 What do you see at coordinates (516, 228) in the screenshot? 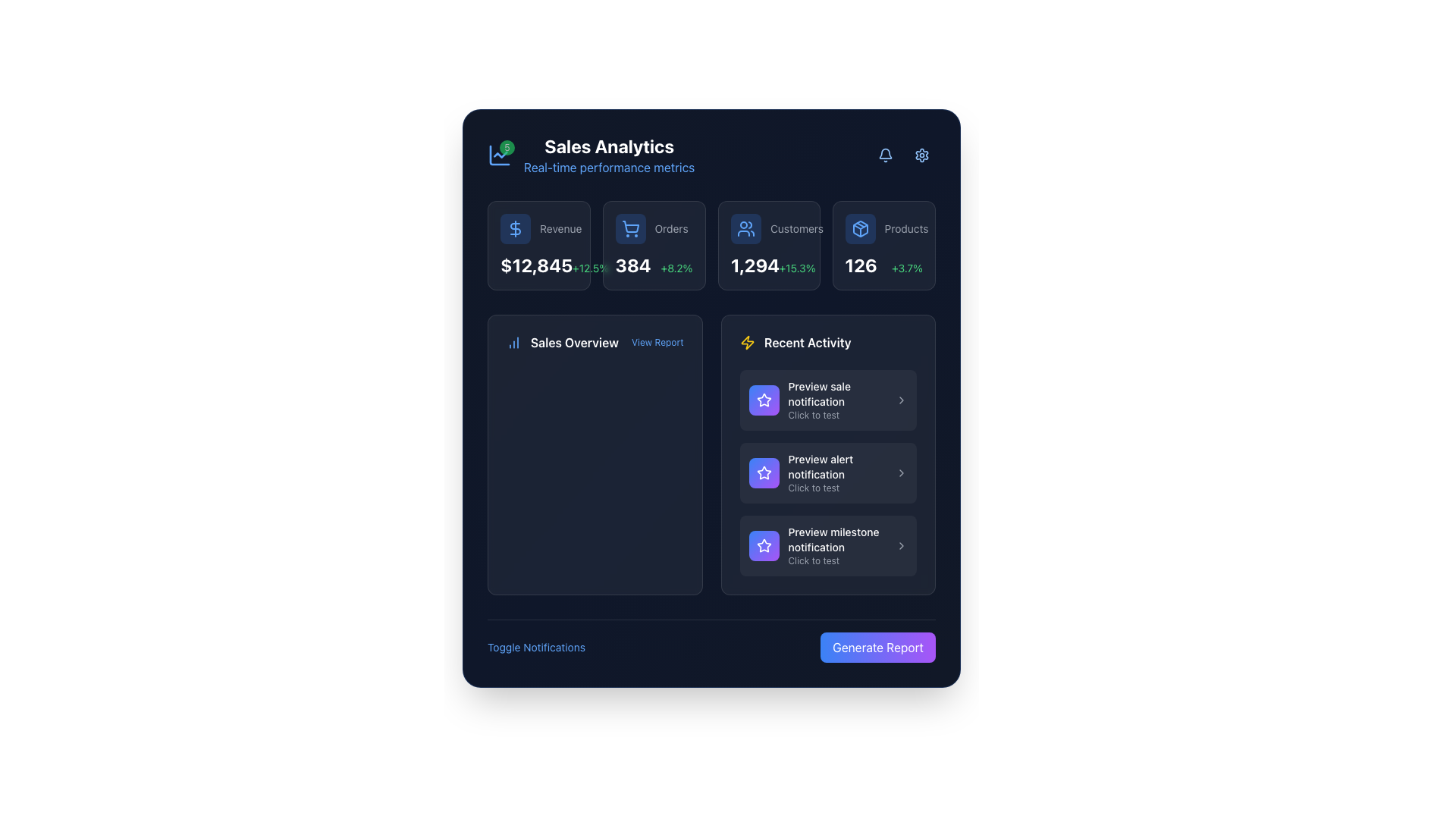
I see `the blue dollar sign SVG icon located to the left of the 'Revenue' text in the Revenue summary box on the dashboard` at bounding box center [516, 228].